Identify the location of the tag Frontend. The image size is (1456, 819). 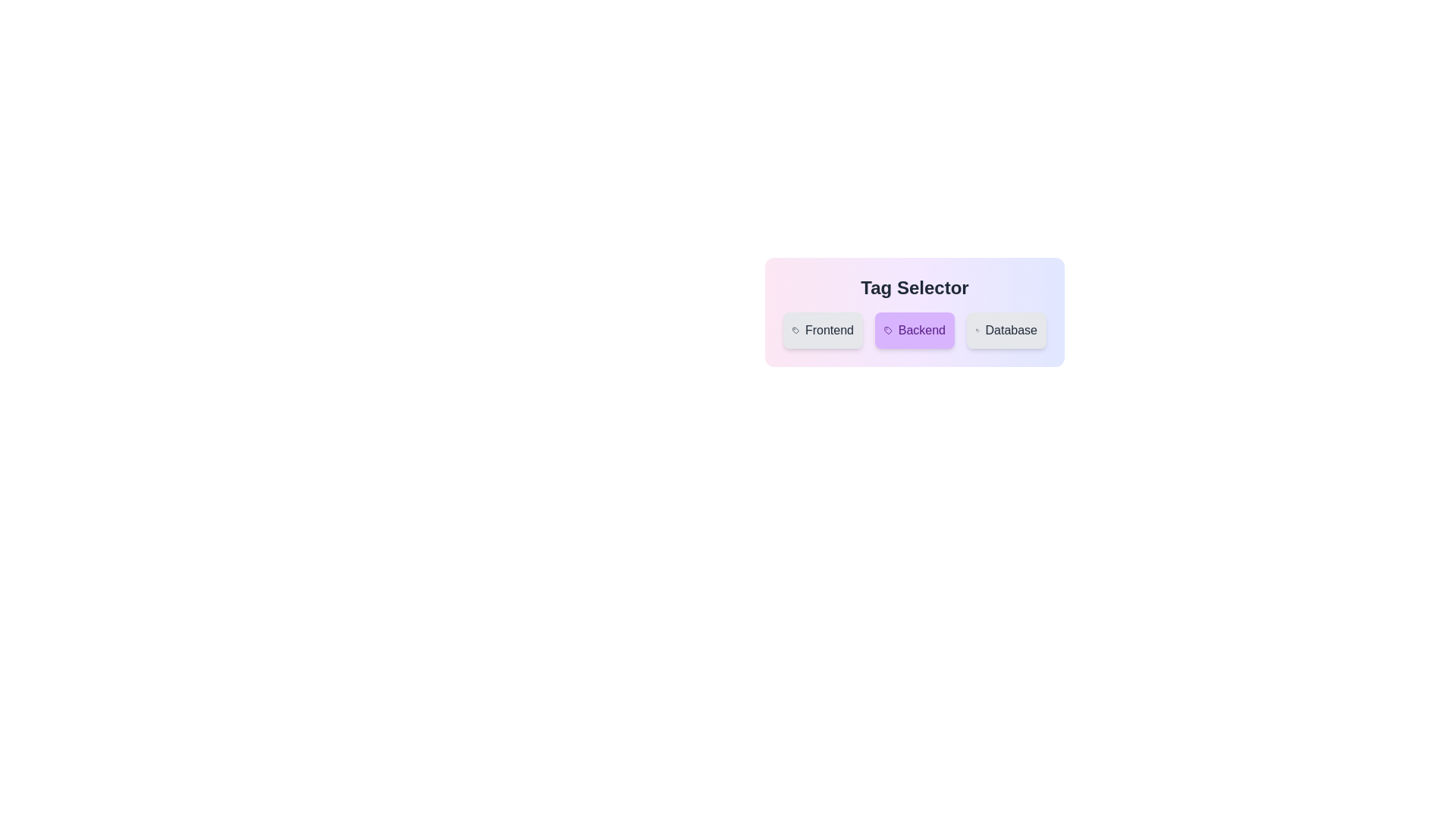
(822, 329).